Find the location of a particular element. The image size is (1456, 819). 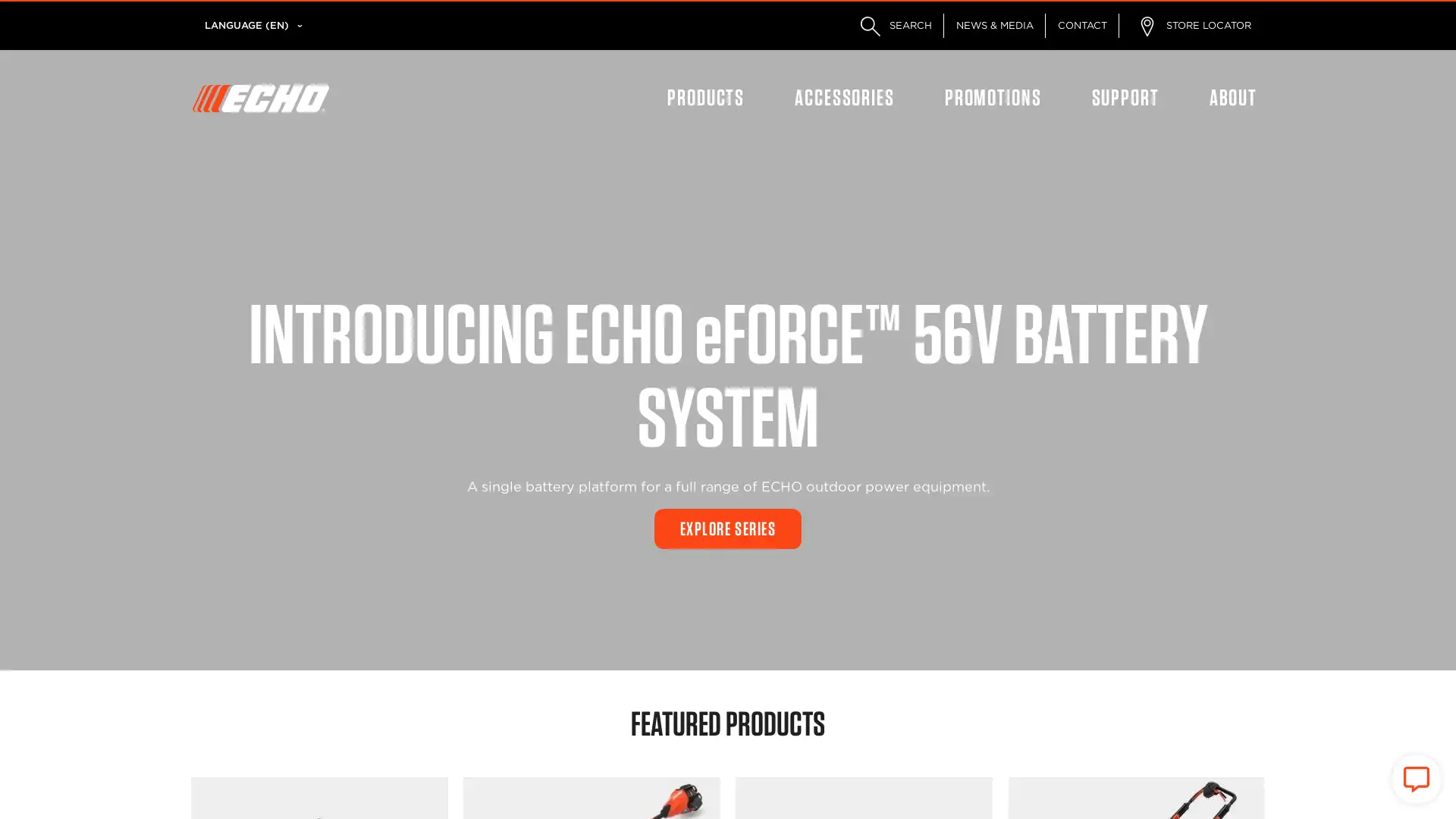

SEARCH is located at coordinates (893, 26).